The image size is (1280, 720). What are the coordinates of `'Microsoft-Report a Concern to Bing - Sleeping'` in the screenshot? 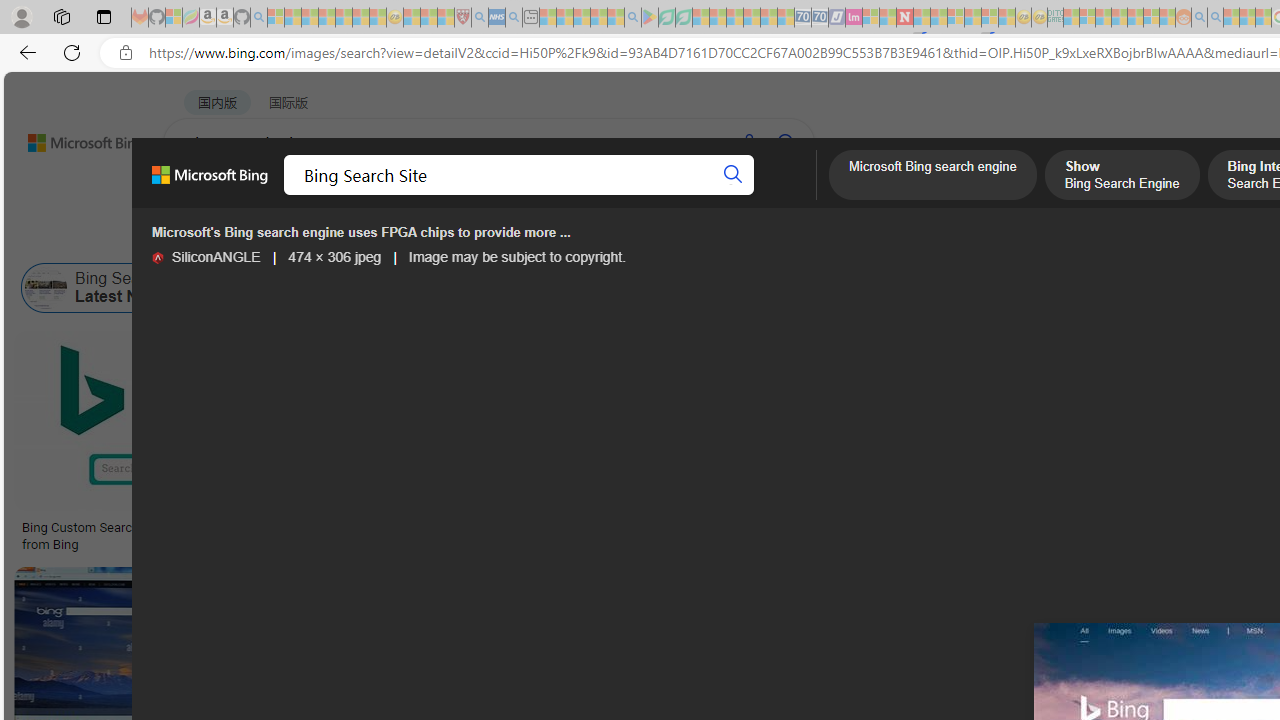 It's located at (174, 17).